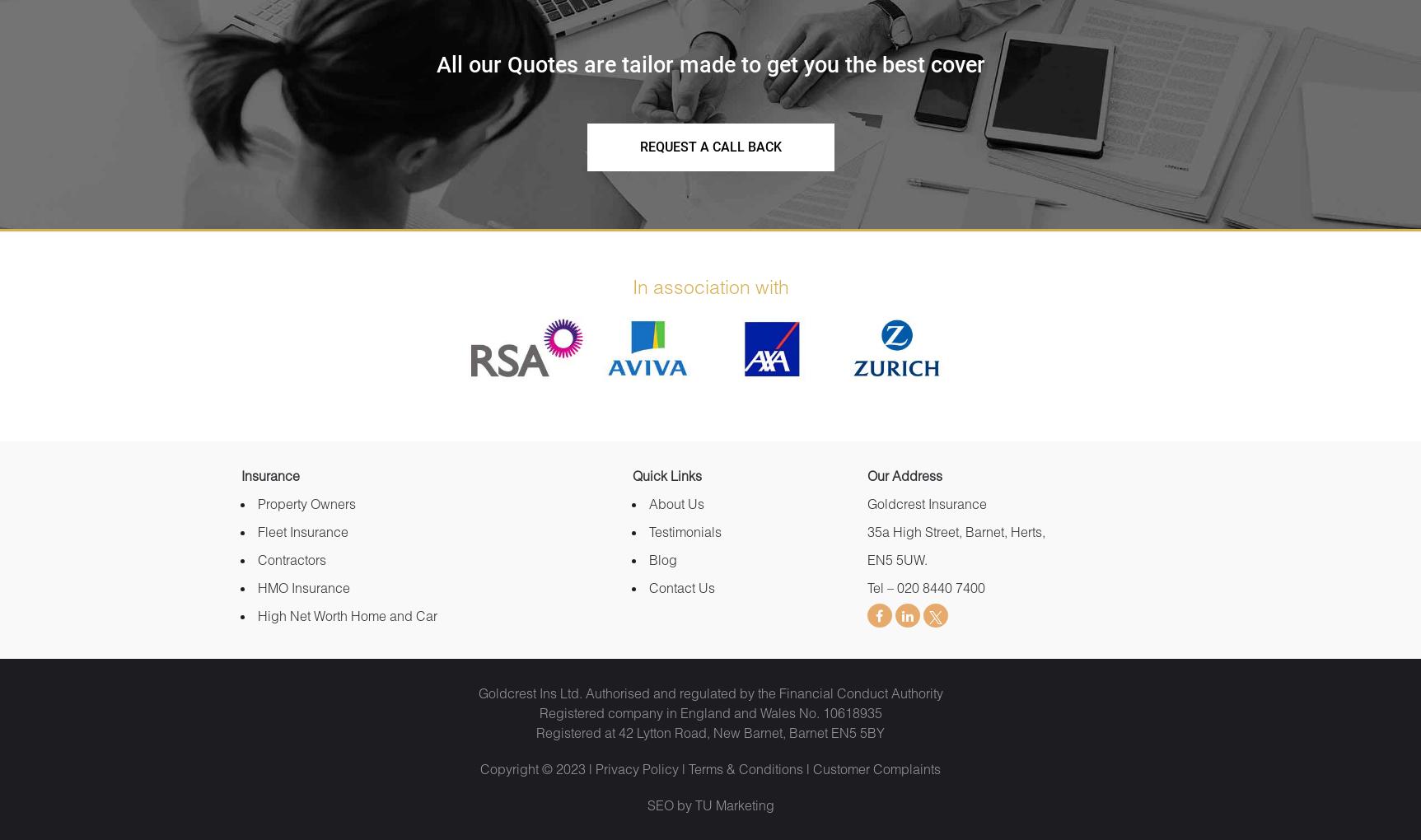  Describe the element at coordinates (709, 145) in the screenshot. I see `'Request a Call Back'` at that location.